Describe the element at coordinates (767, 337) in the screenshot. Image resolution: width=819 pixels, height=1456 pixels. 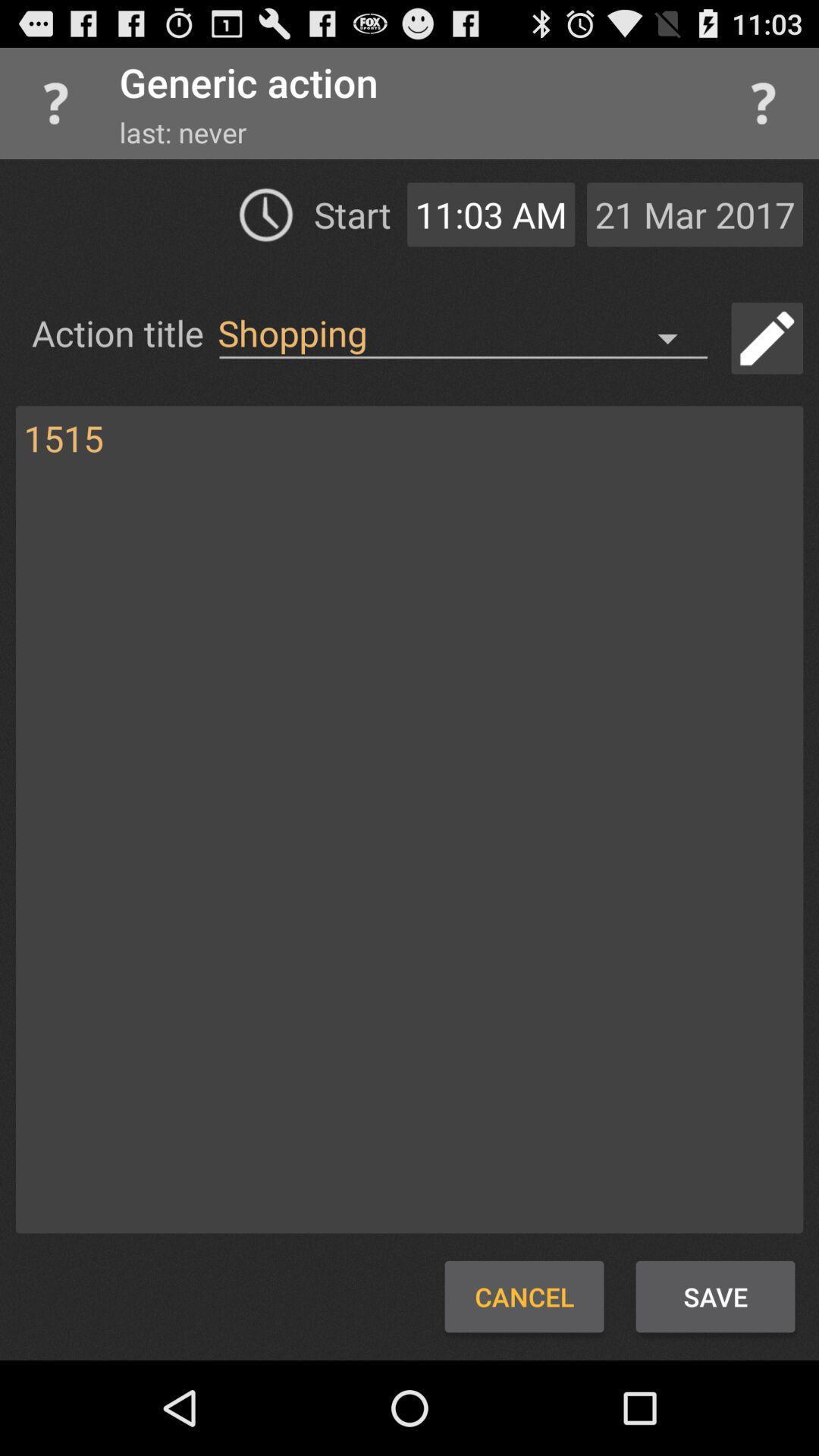
I see `ability to type` at that location.